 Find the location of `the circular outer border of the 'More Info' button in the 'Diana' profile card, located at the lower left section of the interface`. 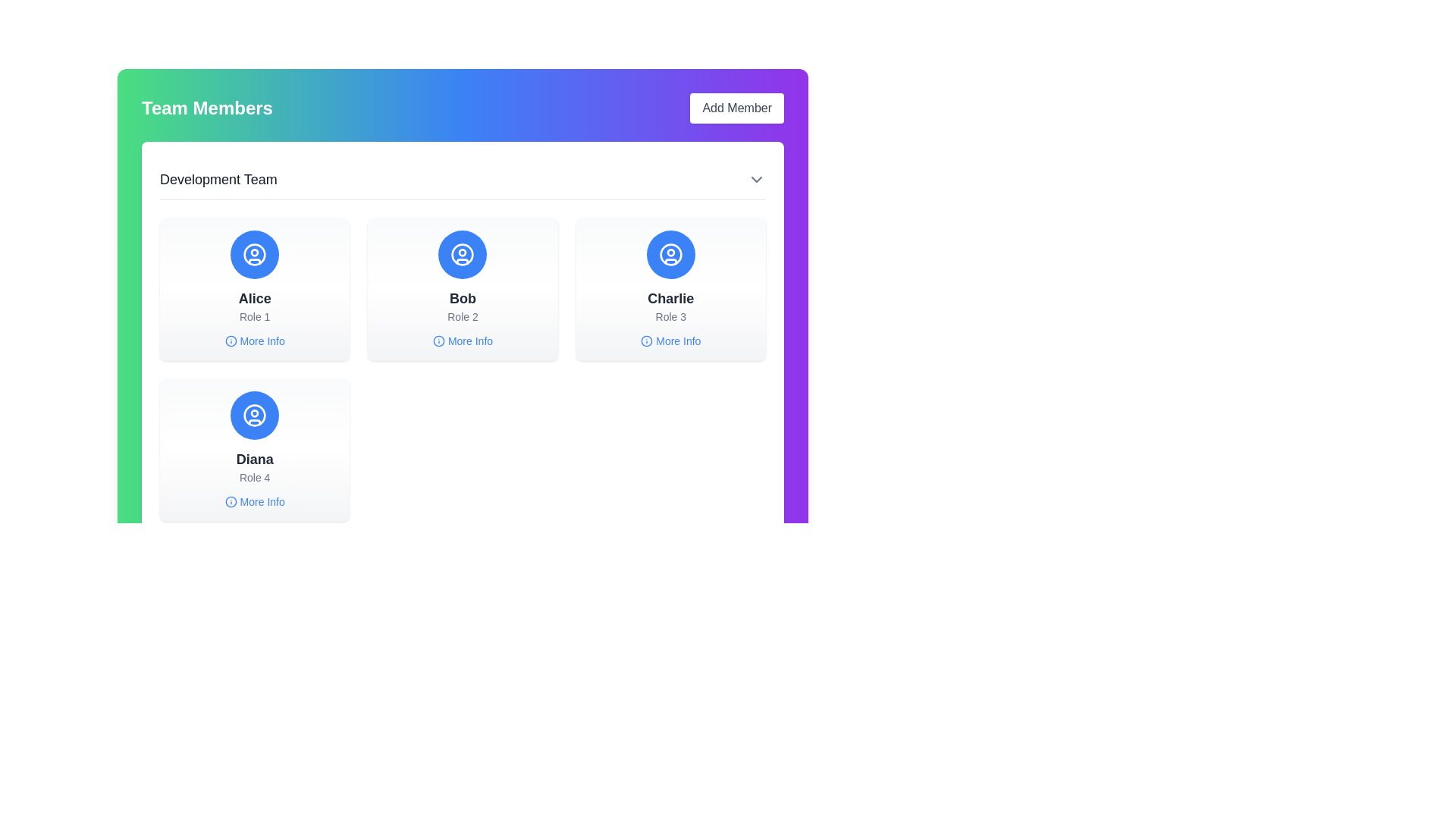

the circular outer border of the 'More Info' button in the 'Diana' profile card, located at the lower left section of the interface is located at coordinates (230, 502).